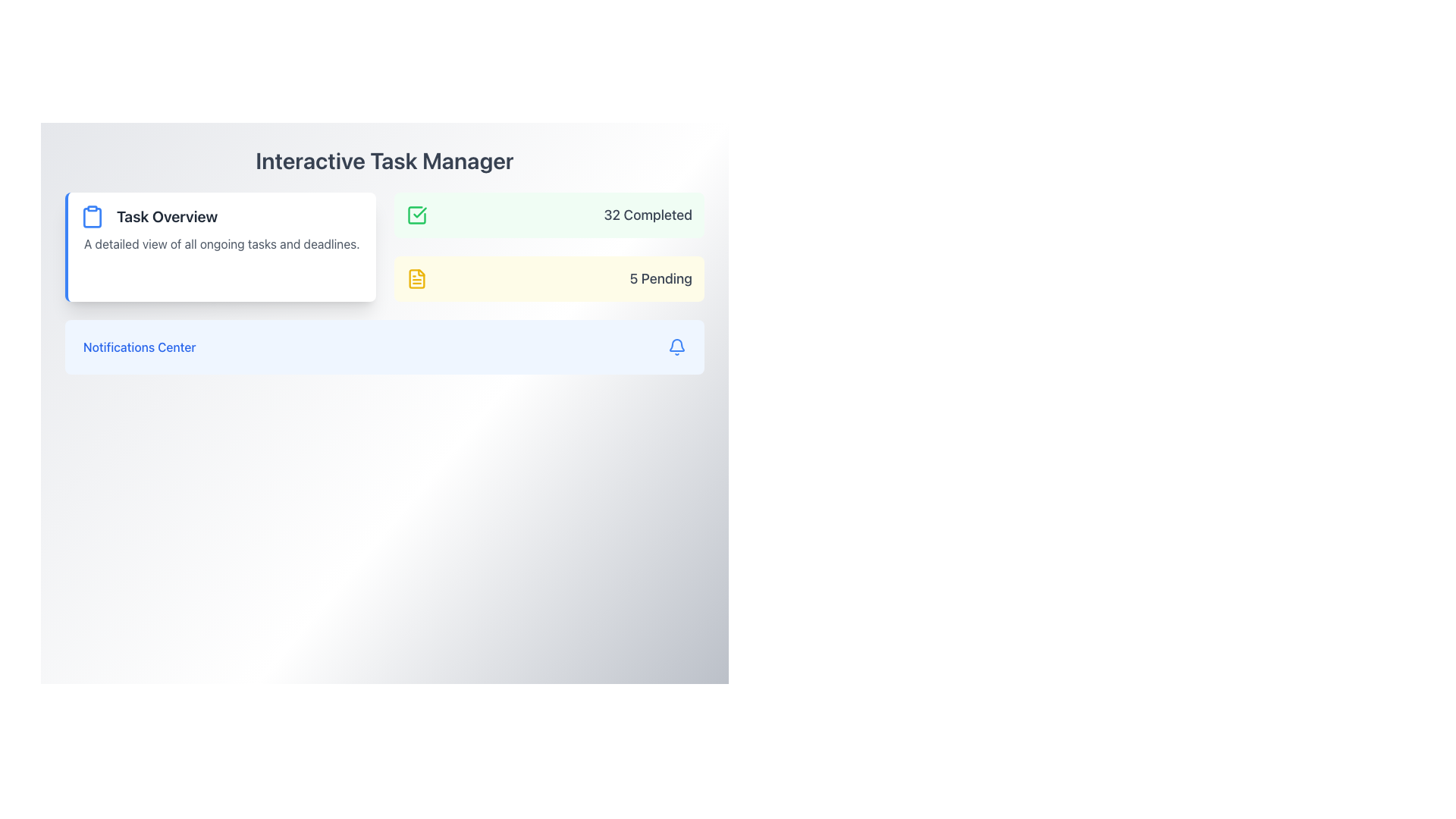 This screenshot has width=1456, height=819. I want to click on the blue bell-shaped icon in the Notifications Center, so click(676, 345).